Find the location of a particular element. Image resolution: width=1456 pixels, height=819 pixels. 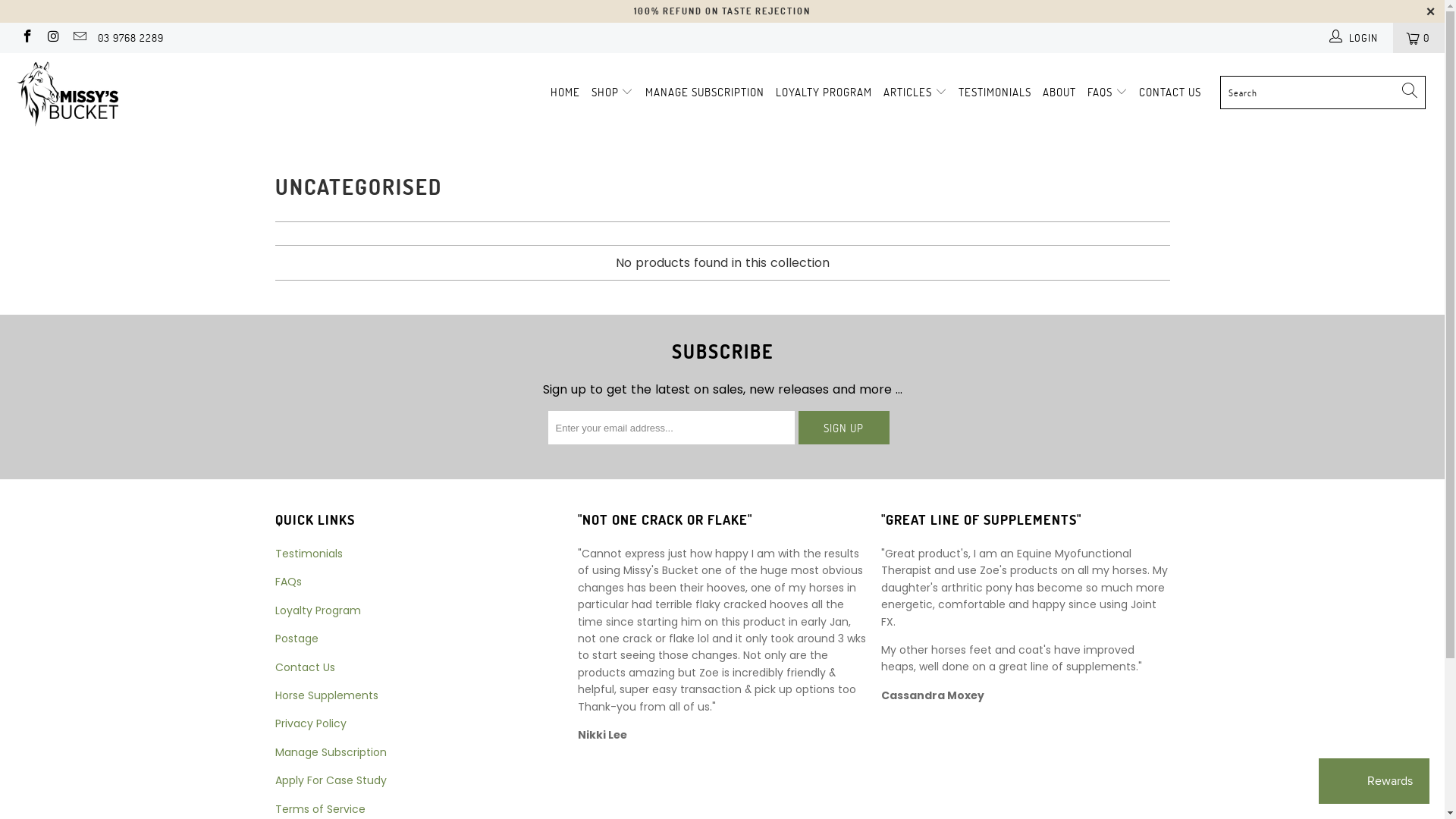

'Loyalty Program' is located at coordinates (274, 610).